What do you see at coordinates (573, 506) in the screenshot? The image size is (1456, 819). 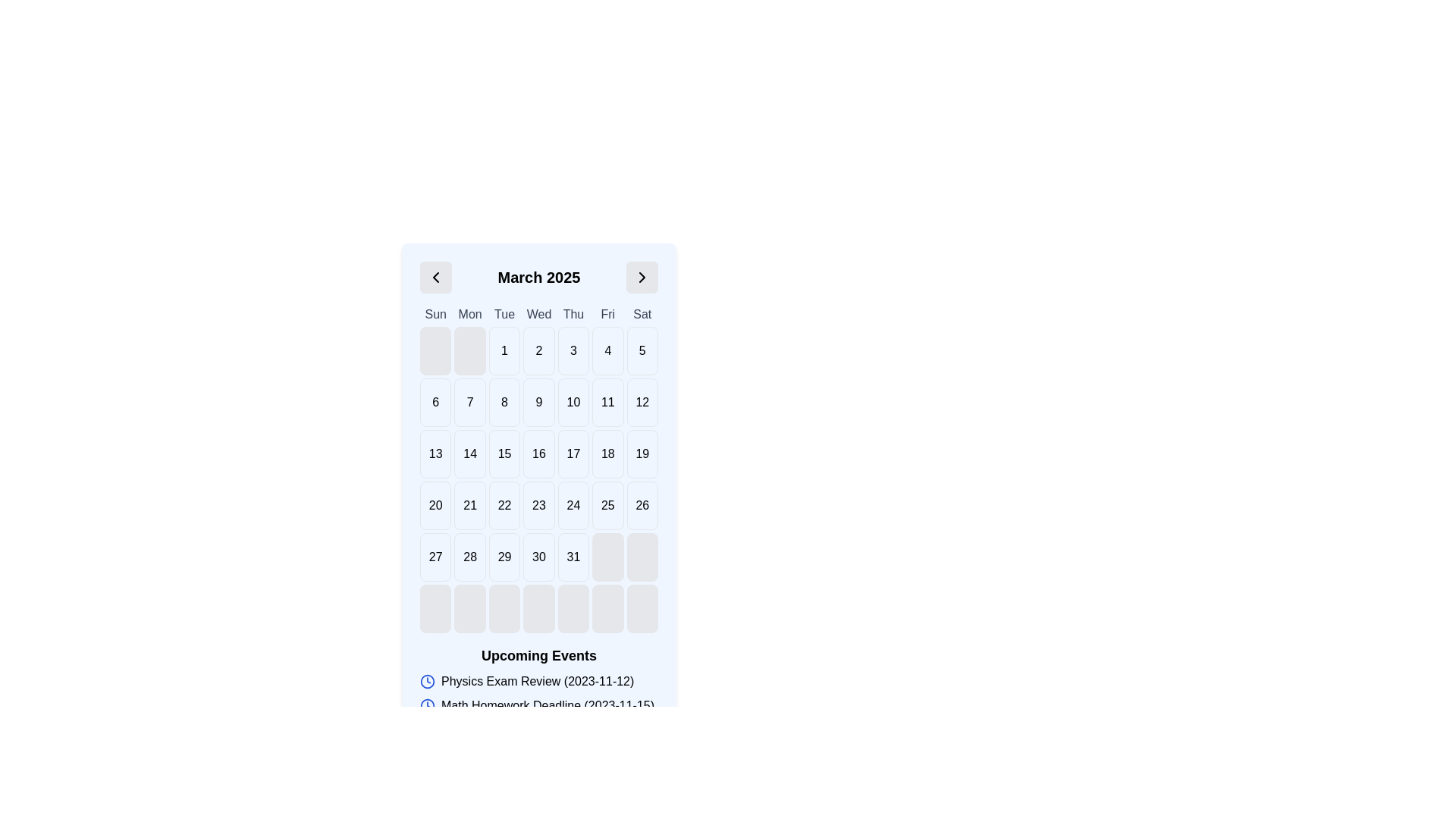 I see `the Day cell displaying the number '24' in the calendar grid` at bounding box center [573, 506].